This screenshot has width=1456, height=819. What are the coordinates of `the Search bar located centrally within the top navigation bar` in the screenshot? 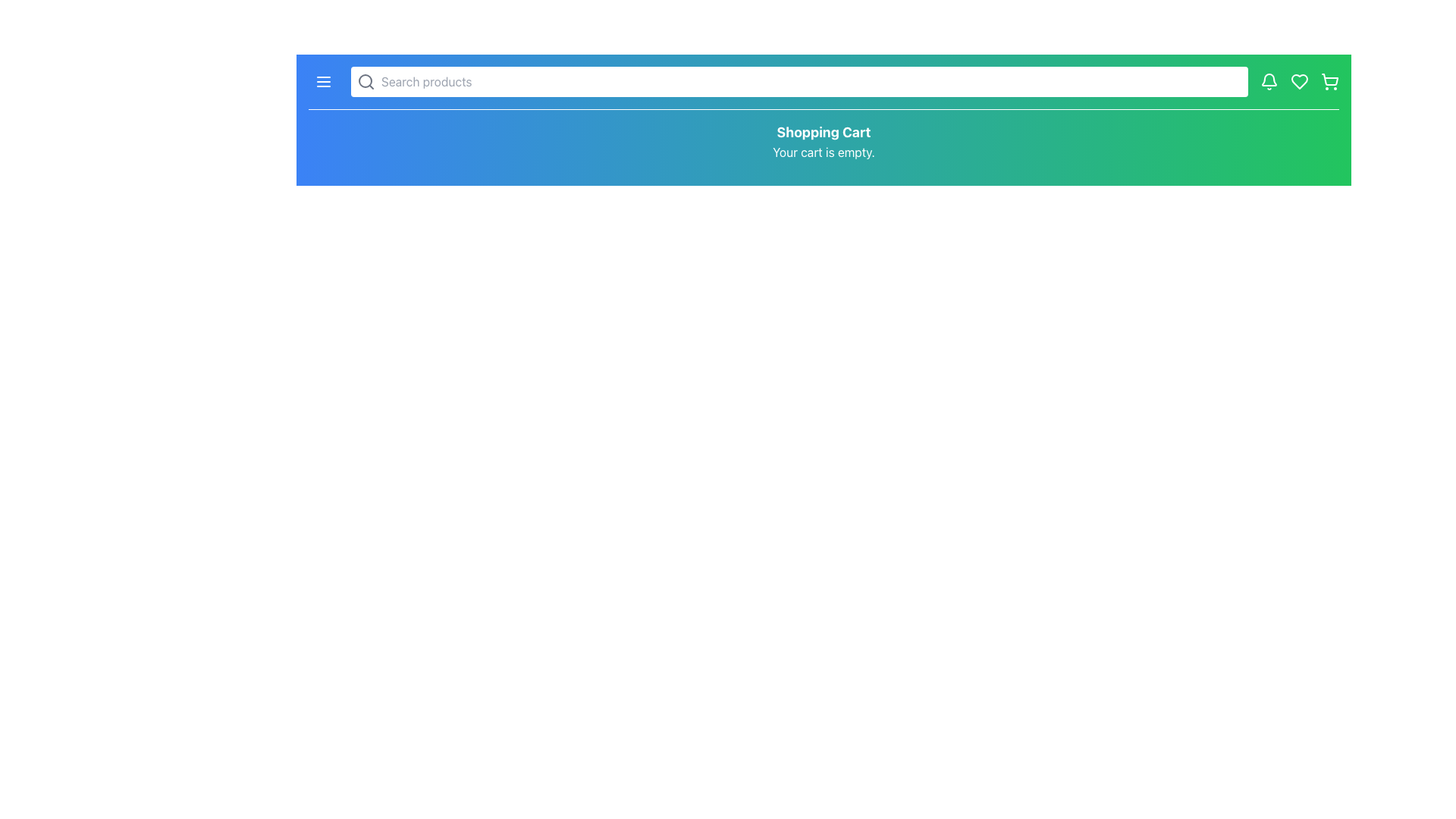 It's located at (799, 82).